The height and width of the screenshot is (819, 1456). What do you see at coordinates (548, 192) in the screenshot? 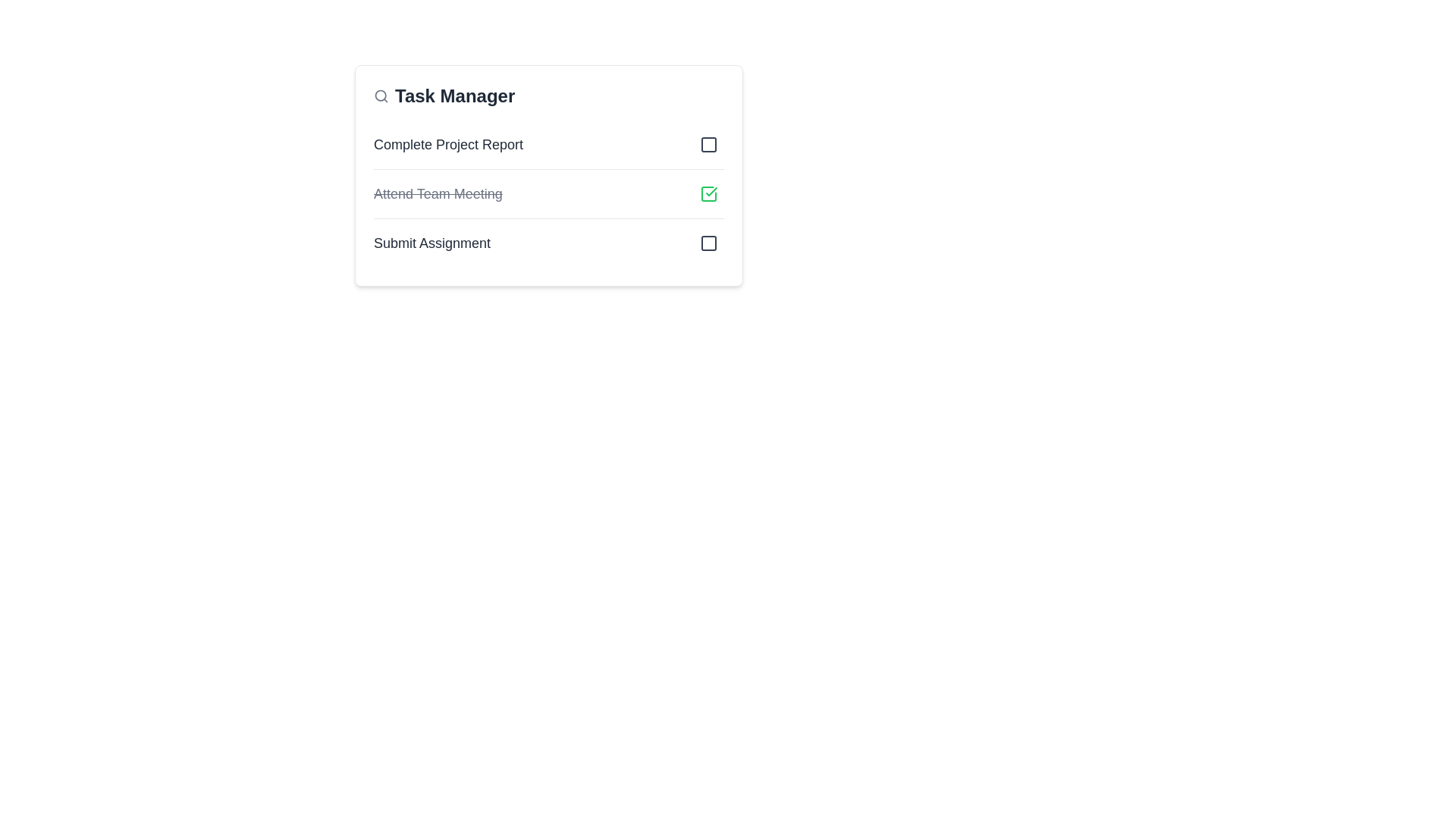
I see `the completed task entry in the task manager list, which is the second task in the list located between 'Complete Project Report' and 'Submit Assignment'` at bounding box center [548, 192].